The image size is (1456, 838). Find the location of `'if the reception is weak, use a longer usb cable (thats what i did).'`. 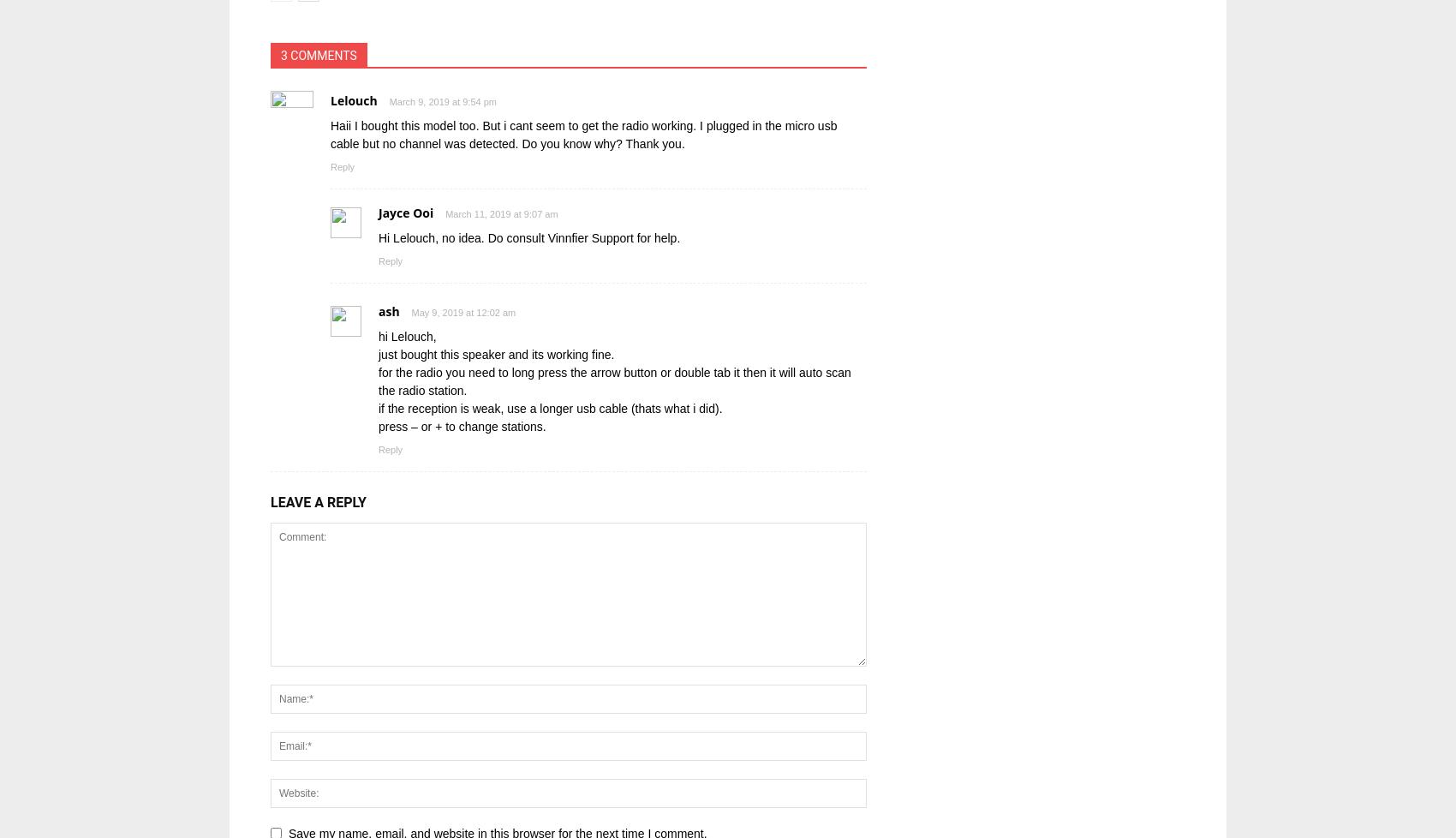

'if the reception is weak, use a longer usb cable (thats what i did).' is located at coordinates (550, 407).